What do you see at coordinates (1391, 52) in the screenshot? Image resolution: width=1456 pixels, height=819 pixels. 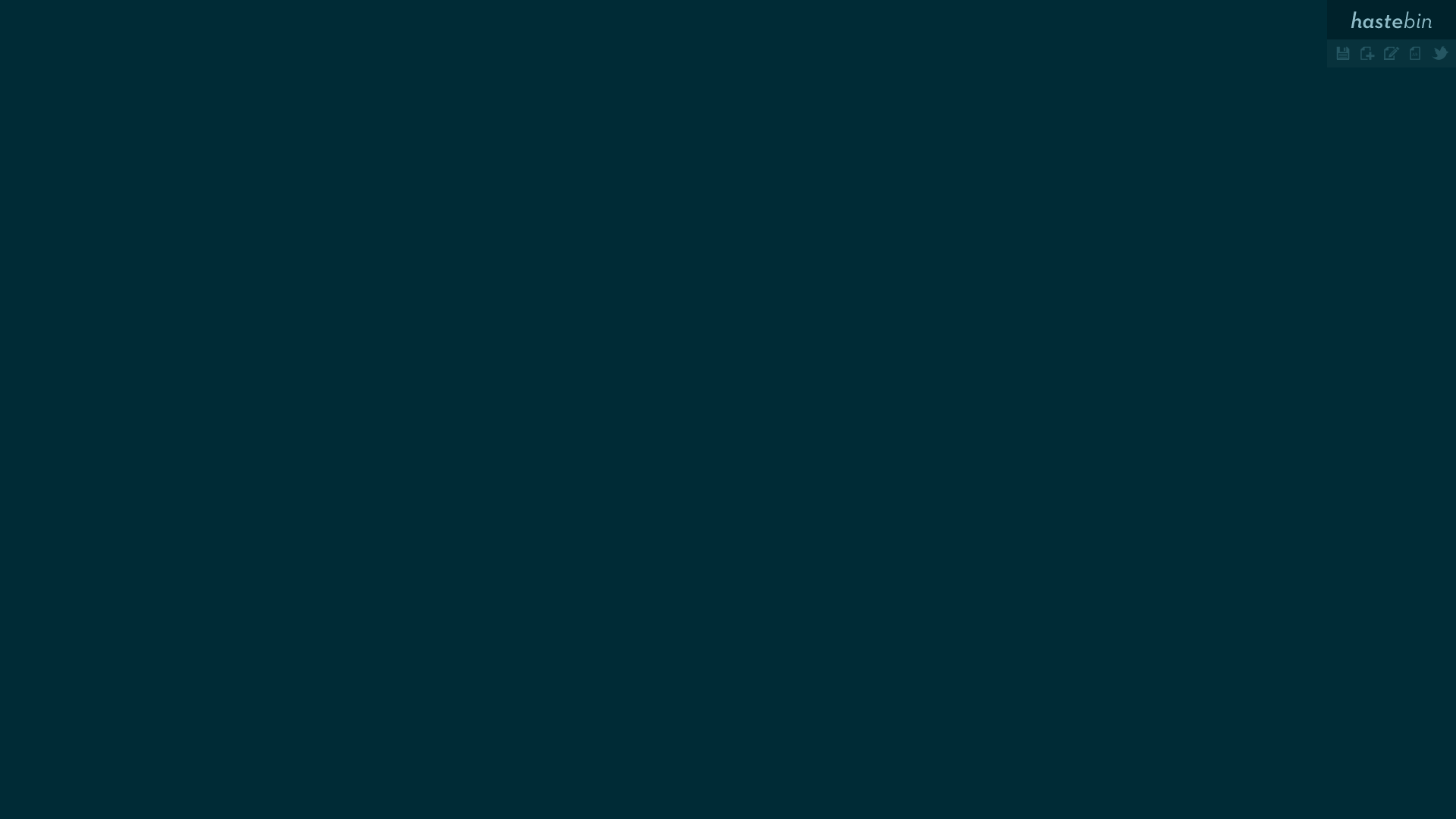 I see `'Duplicate & Edit'` at bounding box center [1391, 52].